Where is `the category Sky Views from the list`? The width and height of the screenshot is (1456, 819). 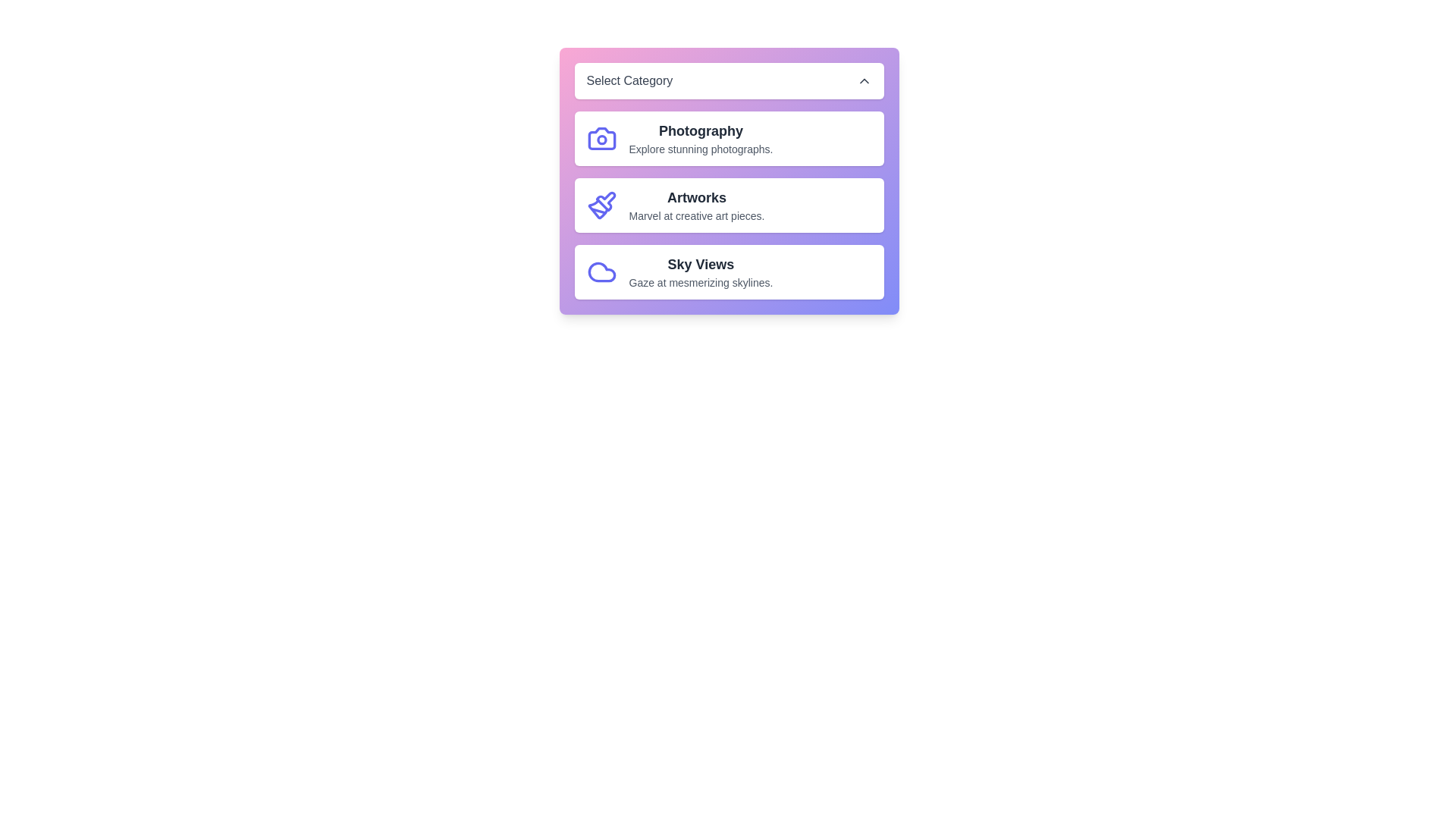 the category Sky Views from the list is located at coordinates (729, 271).